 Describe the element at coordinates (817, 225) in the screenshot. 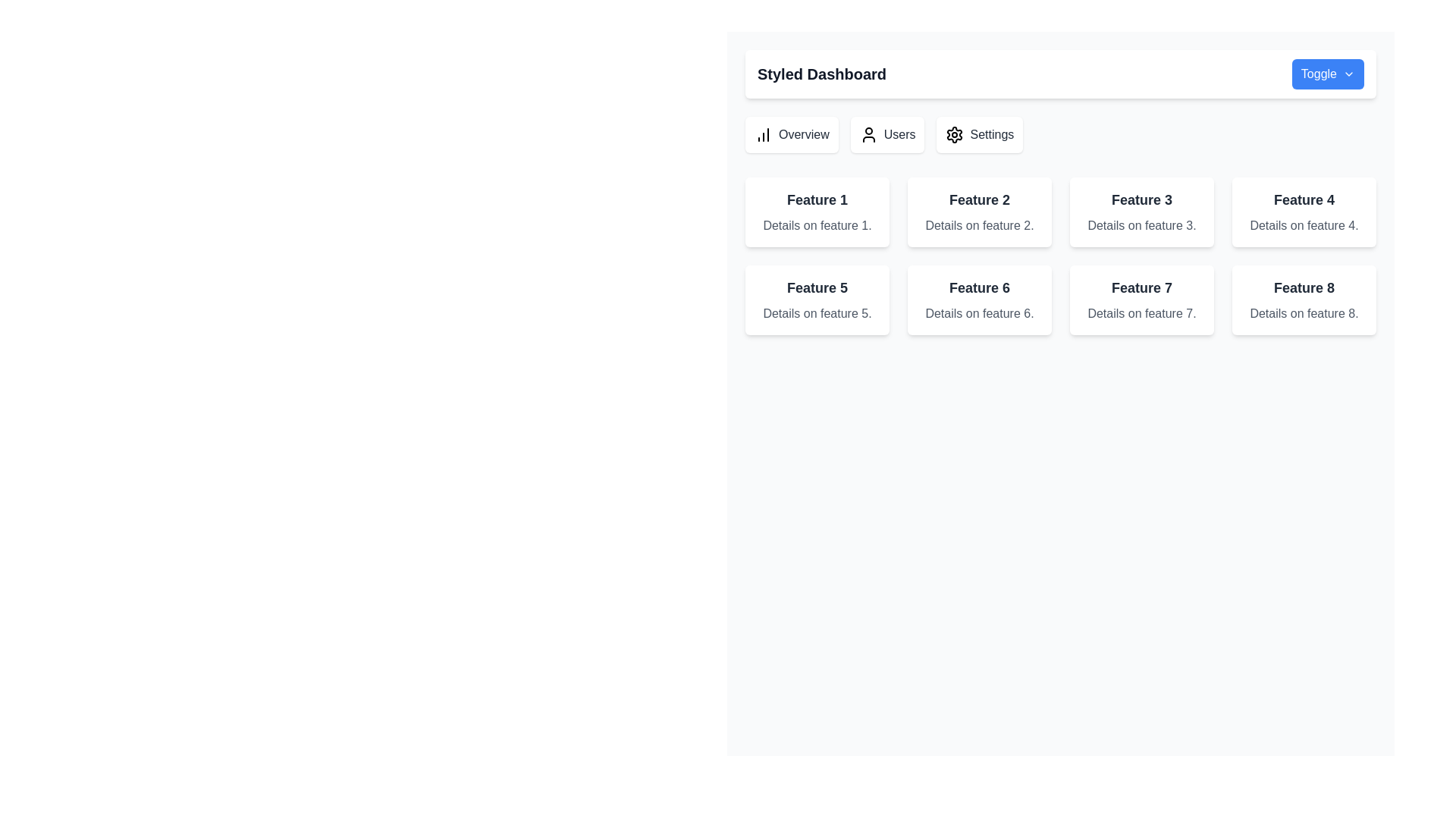

I see `the text element reading 'Details on feature 1' which is styled with a gray font and located beneath the 'Feature 1' header in the first column of a grid layout` at that location.